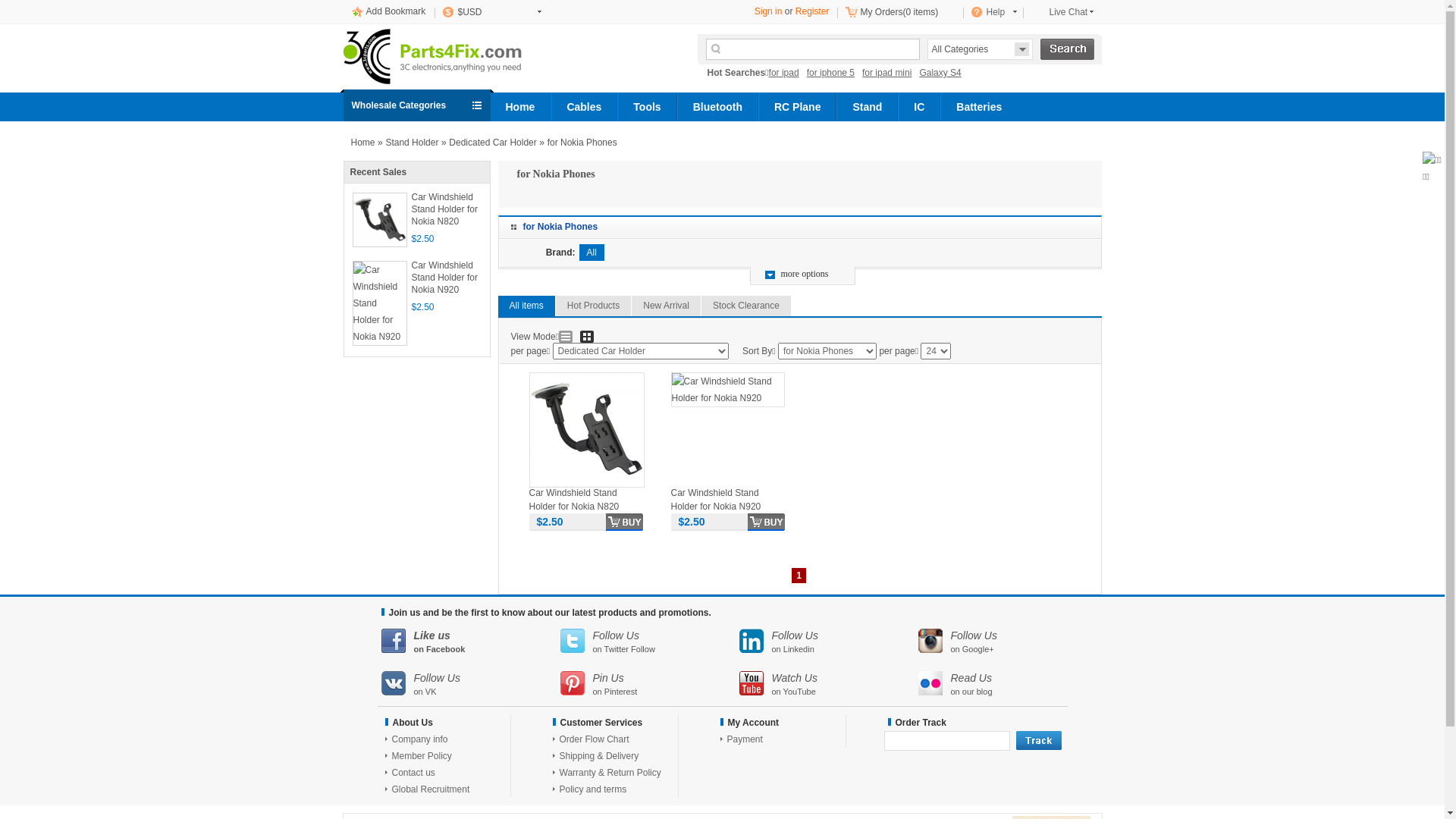 The width and height of the screenshot is (1456, 819). I want to click on 'Contact us', so click(413, 772).